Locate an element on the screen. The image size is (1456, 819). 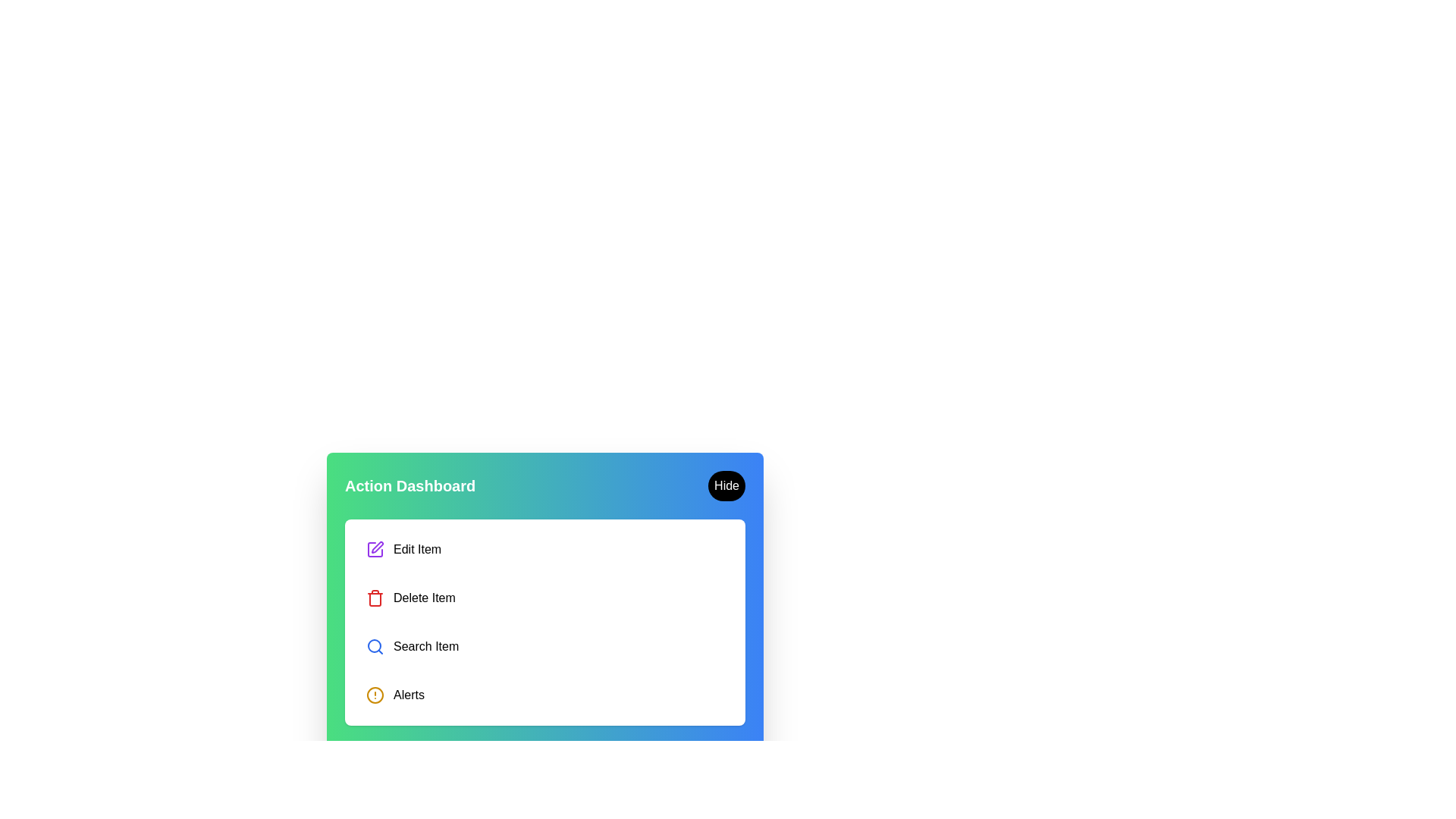
the 'Alerts' text label in the Action Dashboard dropdown menu is located at coordinates (409, 695).